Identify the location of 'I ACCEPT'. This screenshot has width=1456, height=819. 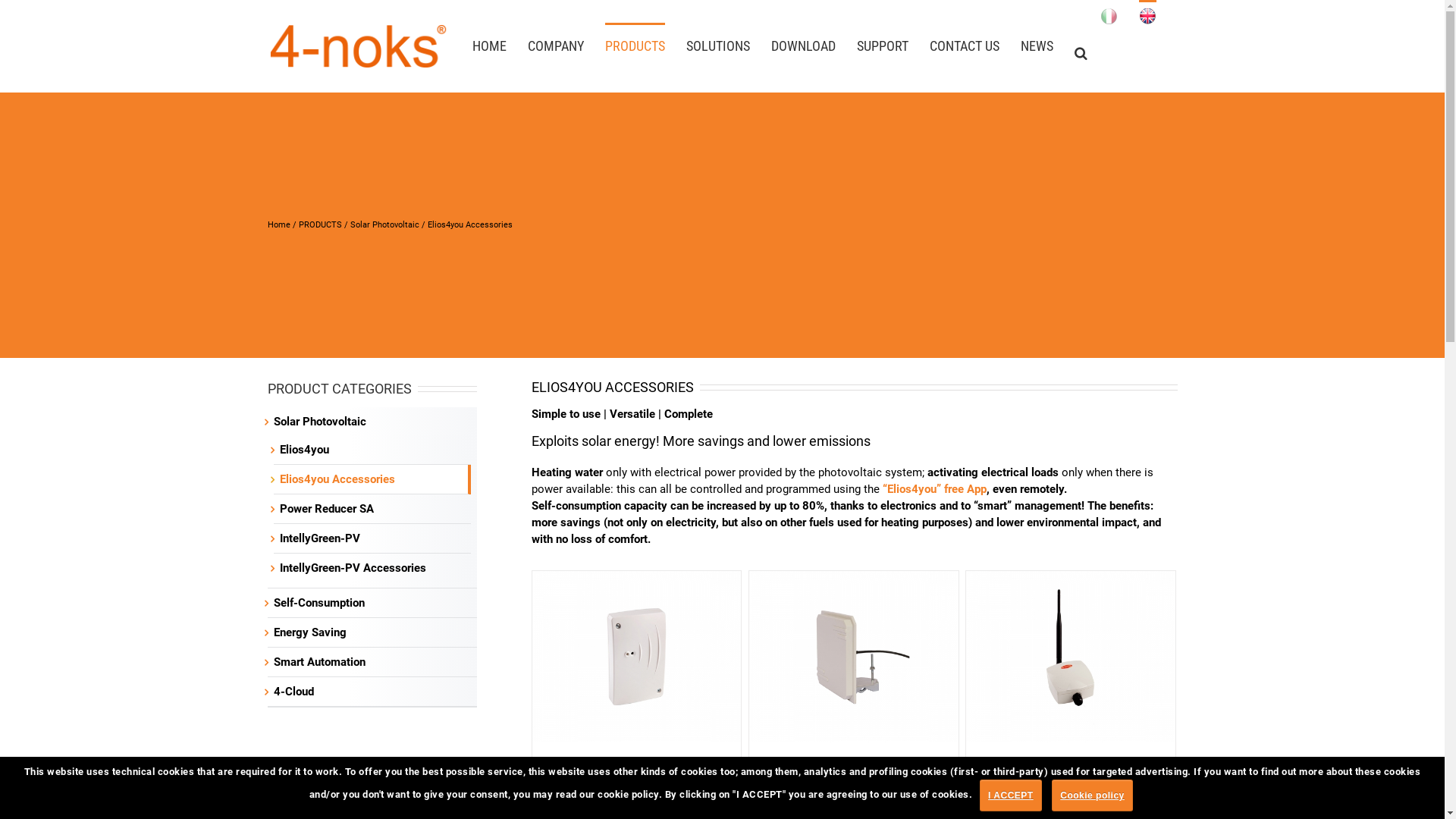
(1011, 795).